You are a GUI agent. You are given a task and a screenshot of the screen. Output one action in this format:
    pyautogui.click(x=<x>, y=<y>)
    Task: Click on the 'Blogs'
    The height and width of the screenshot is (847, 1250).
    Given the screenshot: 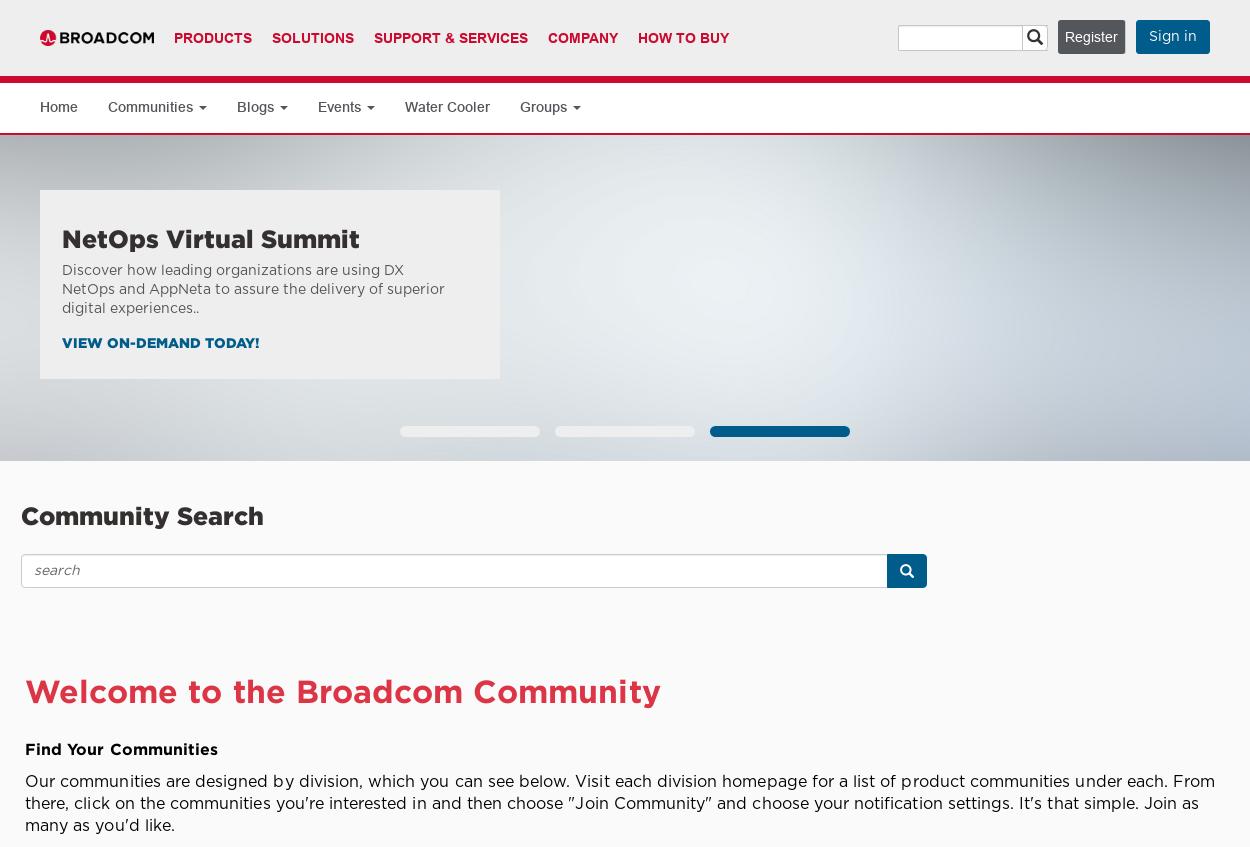 What is the action you would take?
    pyautogui.click(x=255, y=107)
    